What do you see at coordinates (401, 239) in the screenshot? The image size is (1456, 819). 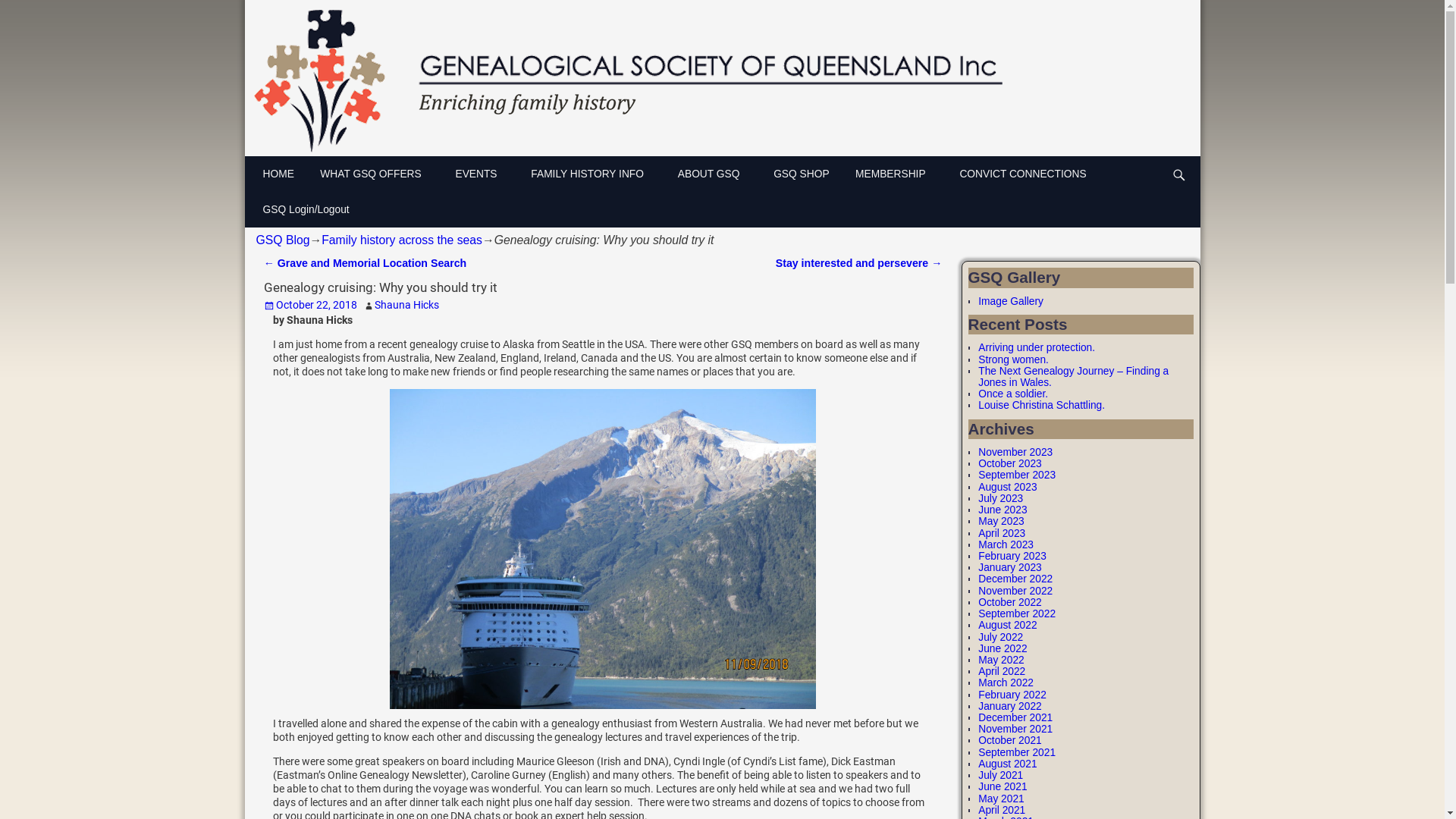 I see `'Family history across the seas'` at bounding box center [401, 239].